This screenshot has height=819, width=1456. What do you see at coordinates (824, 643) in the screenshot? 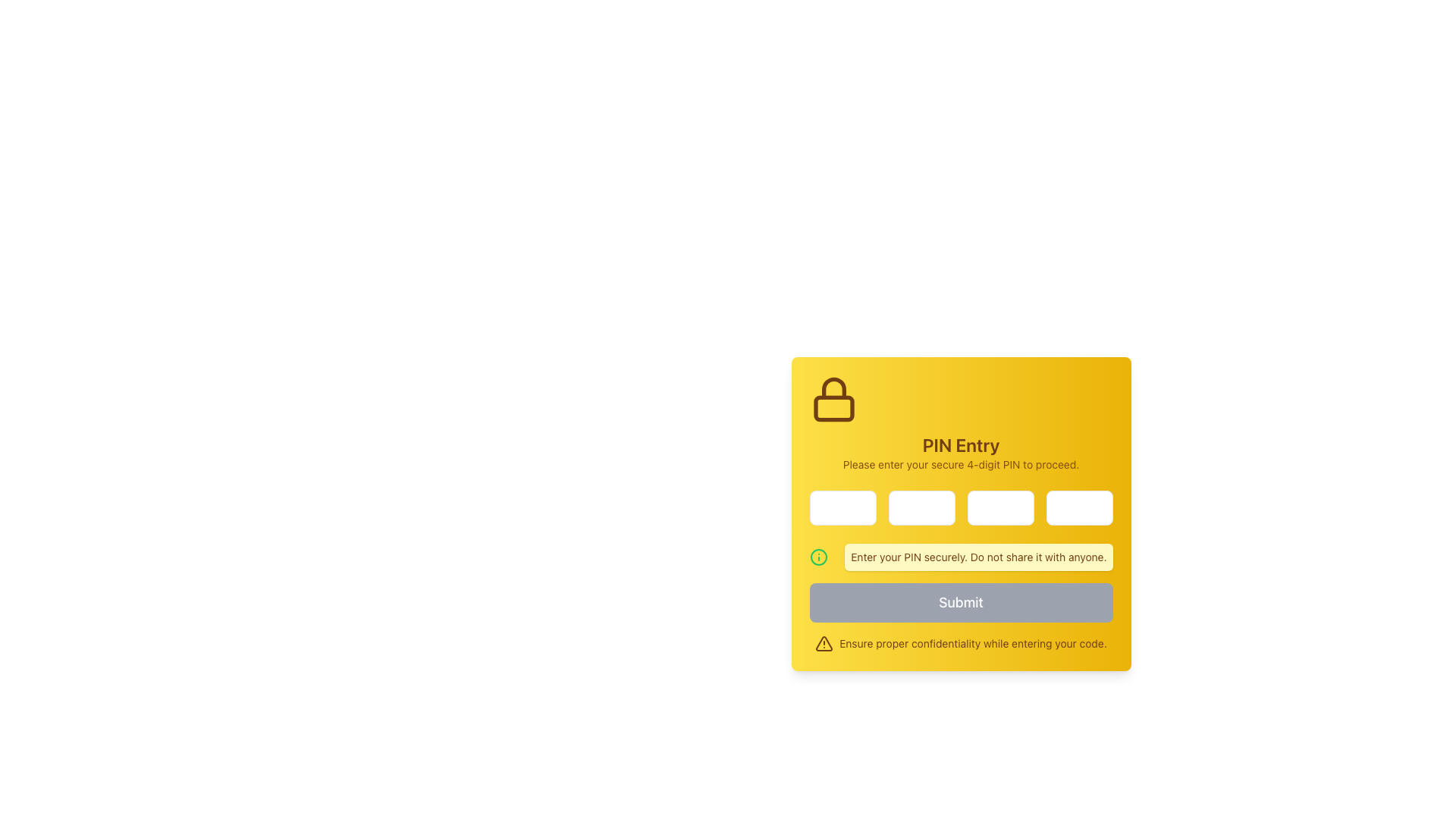
I see `the cautionary alert icon located at the beginning of the cautionary text block` at bounding box center [824, 643].